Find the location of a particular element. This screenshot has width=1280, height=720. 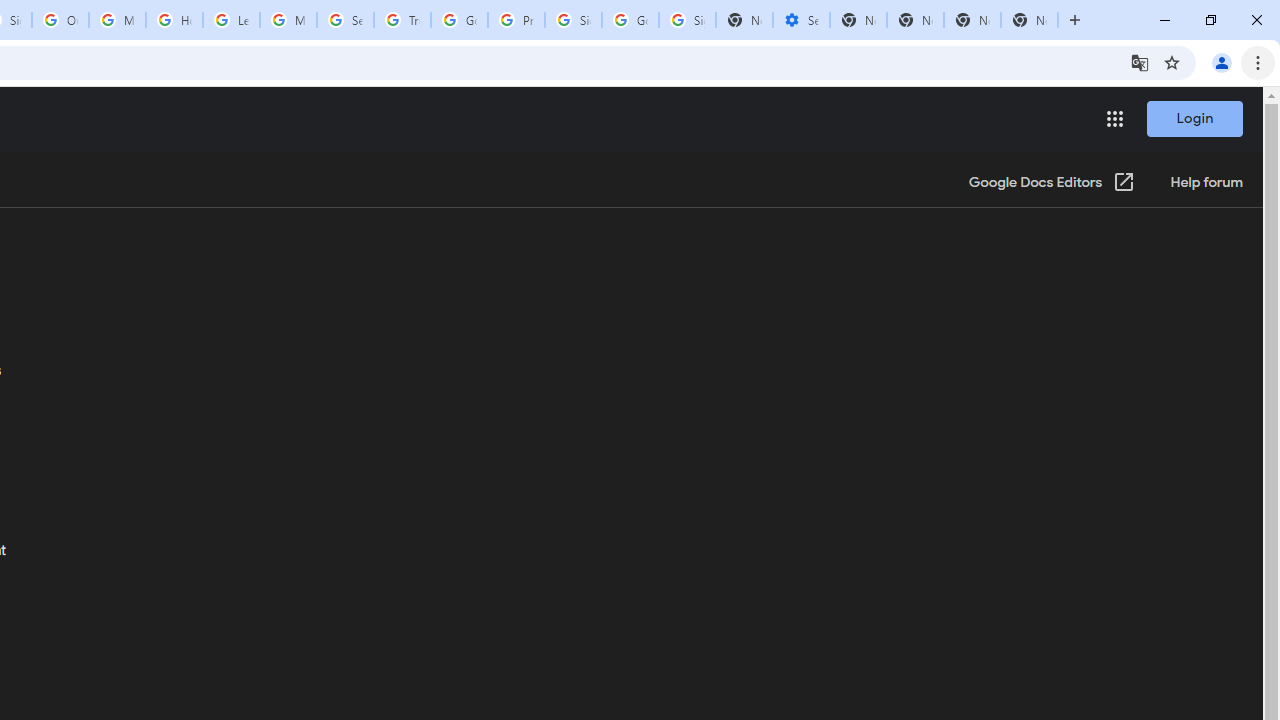

'Translate this page' is located at coordinates (1139, 61).